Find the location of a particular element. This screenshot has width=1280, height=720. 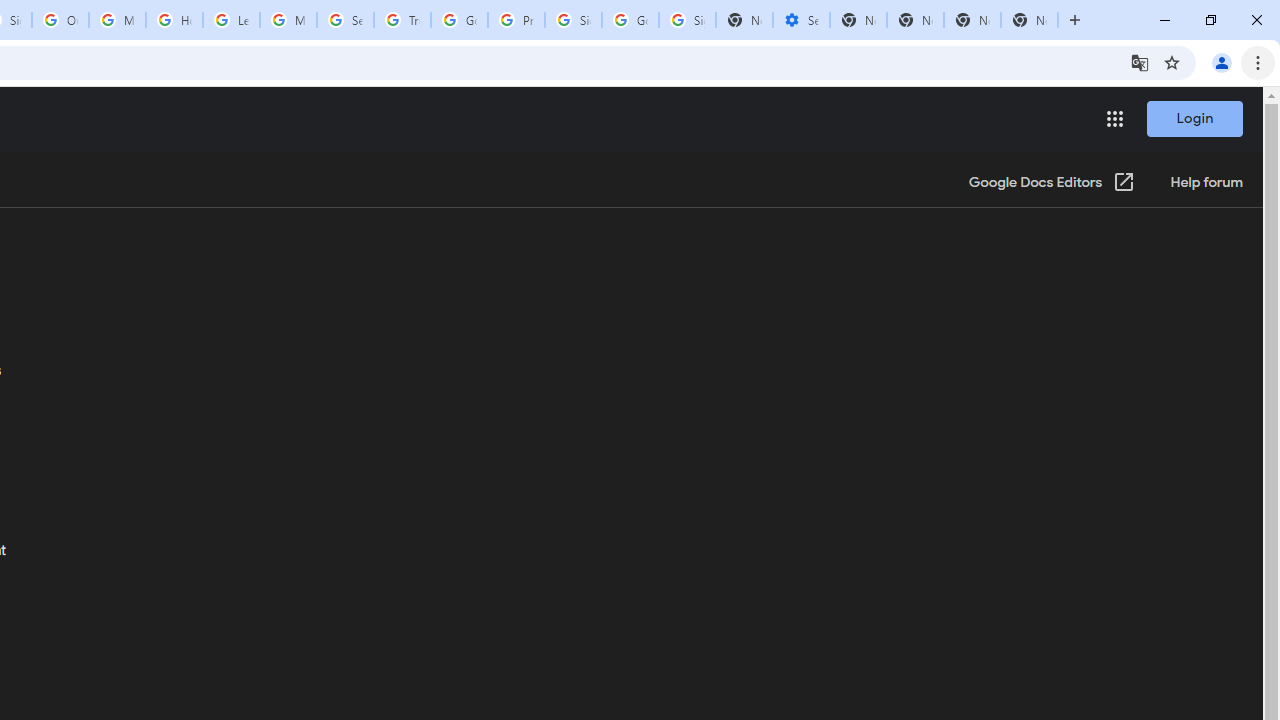

'Translate this page' is located at coordinates (1139, 61).